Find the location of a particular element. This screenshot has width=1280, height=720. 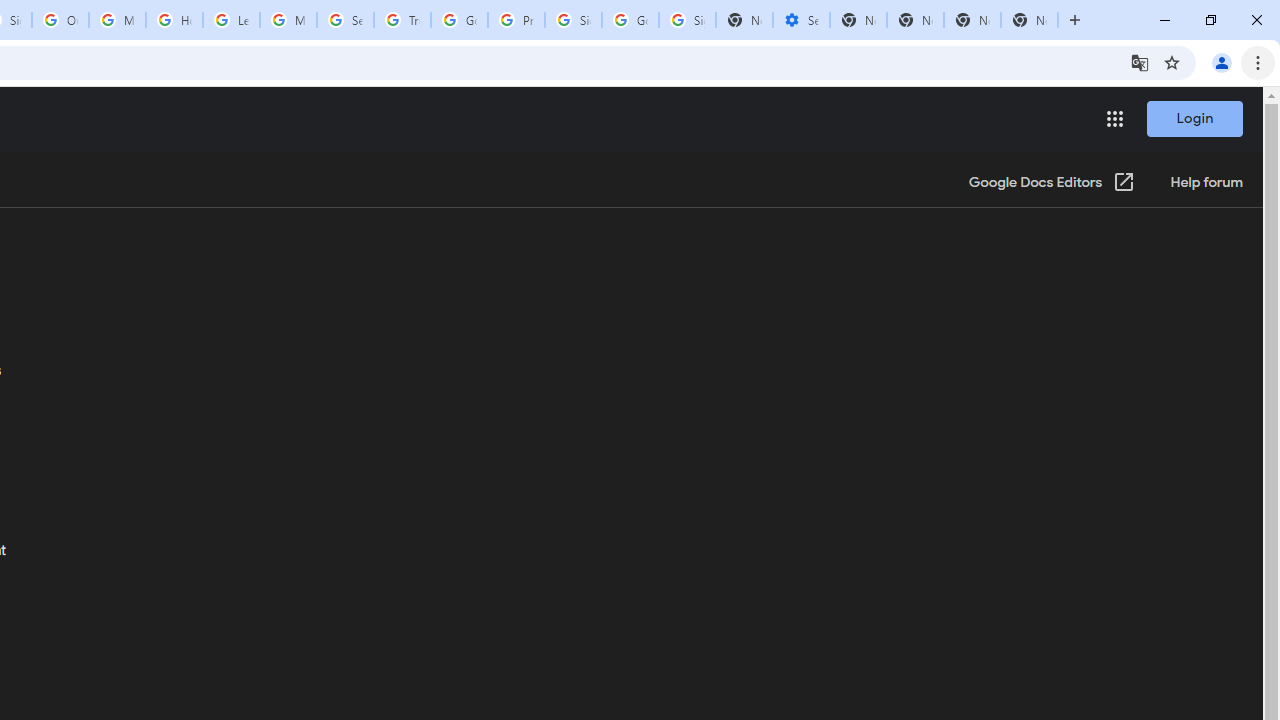

'Translate this page' is located at coordinates (1139, 61).